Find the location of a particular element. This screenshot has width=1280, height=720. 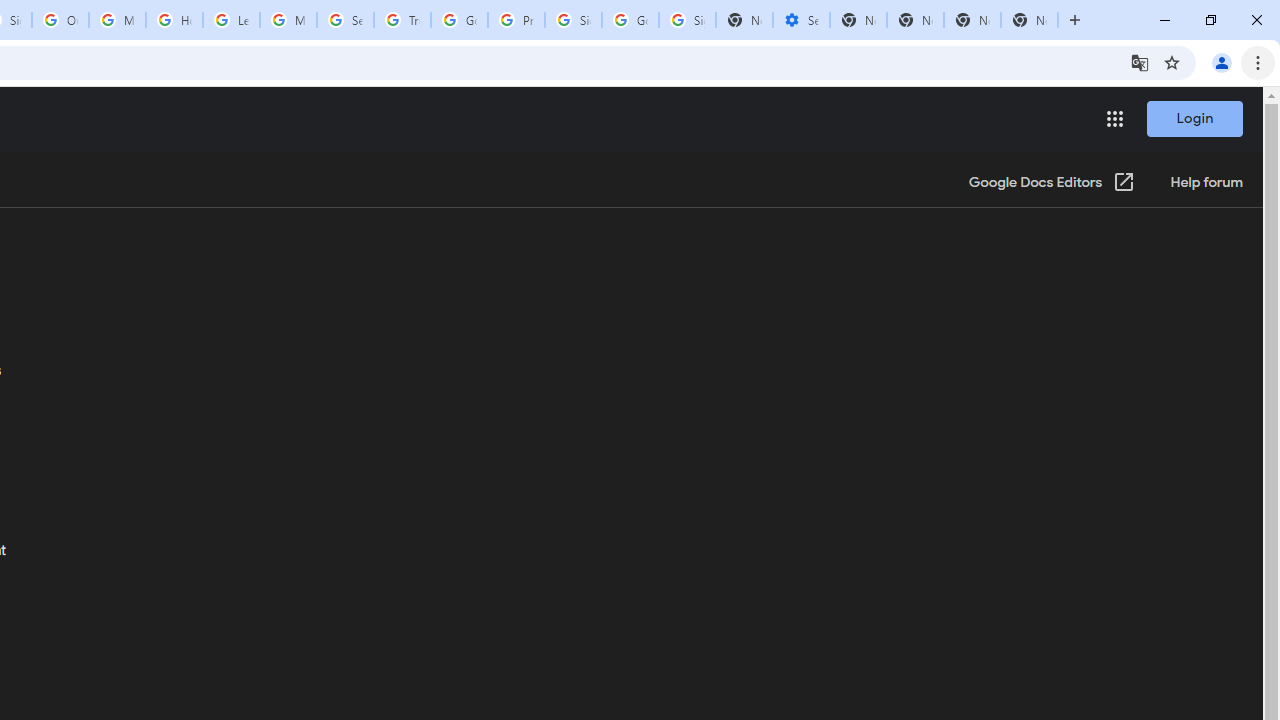

'Translate this page' is located at coordinates (1139, 61).